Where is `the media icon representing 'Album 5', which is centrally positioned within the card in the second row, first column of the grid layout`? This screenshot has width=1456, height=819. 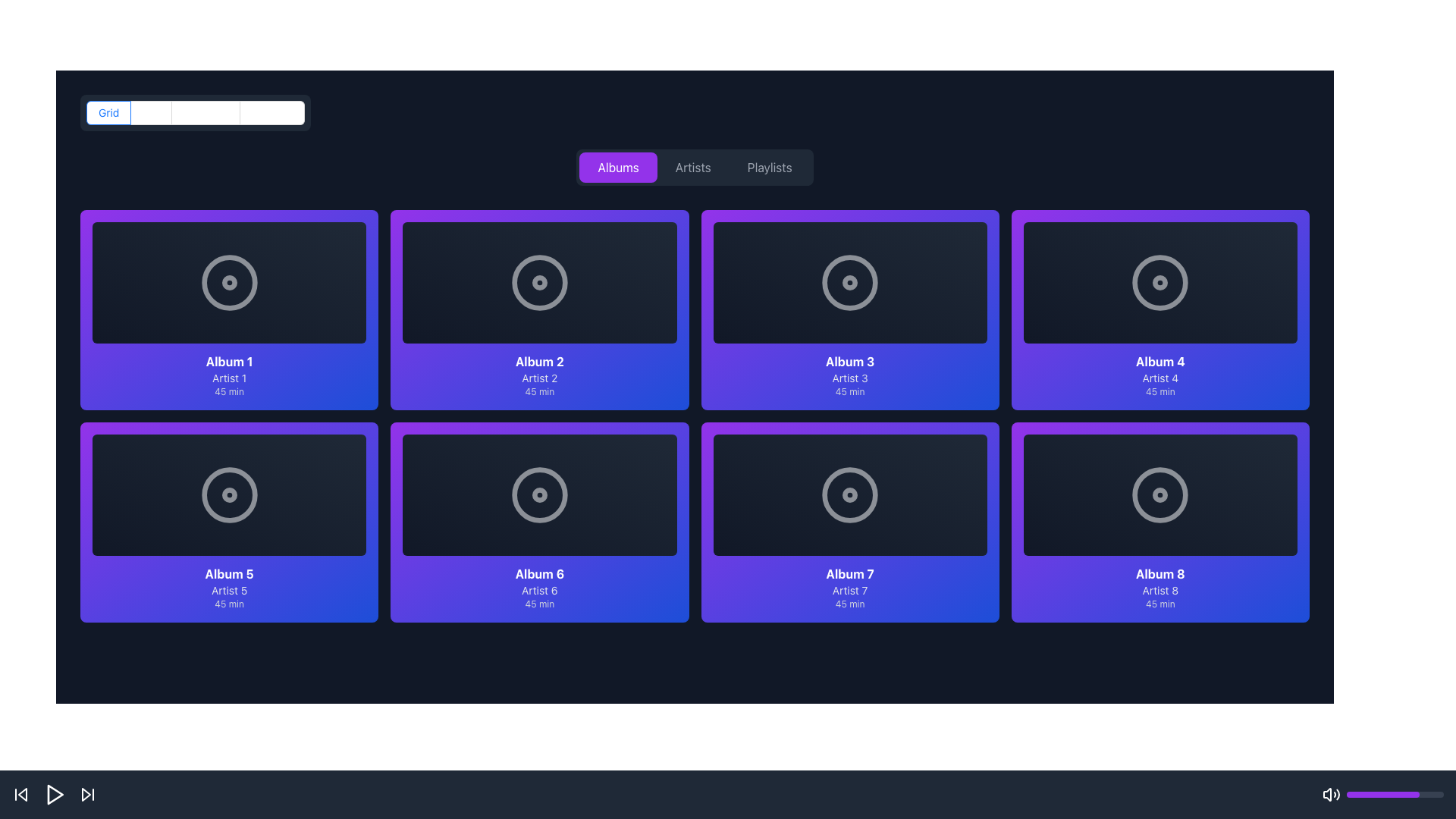
the media icon representing 'Album 5', which is centrally positioned within the card in the second row, first column of the grid layout is located at coordinates (228, 494).